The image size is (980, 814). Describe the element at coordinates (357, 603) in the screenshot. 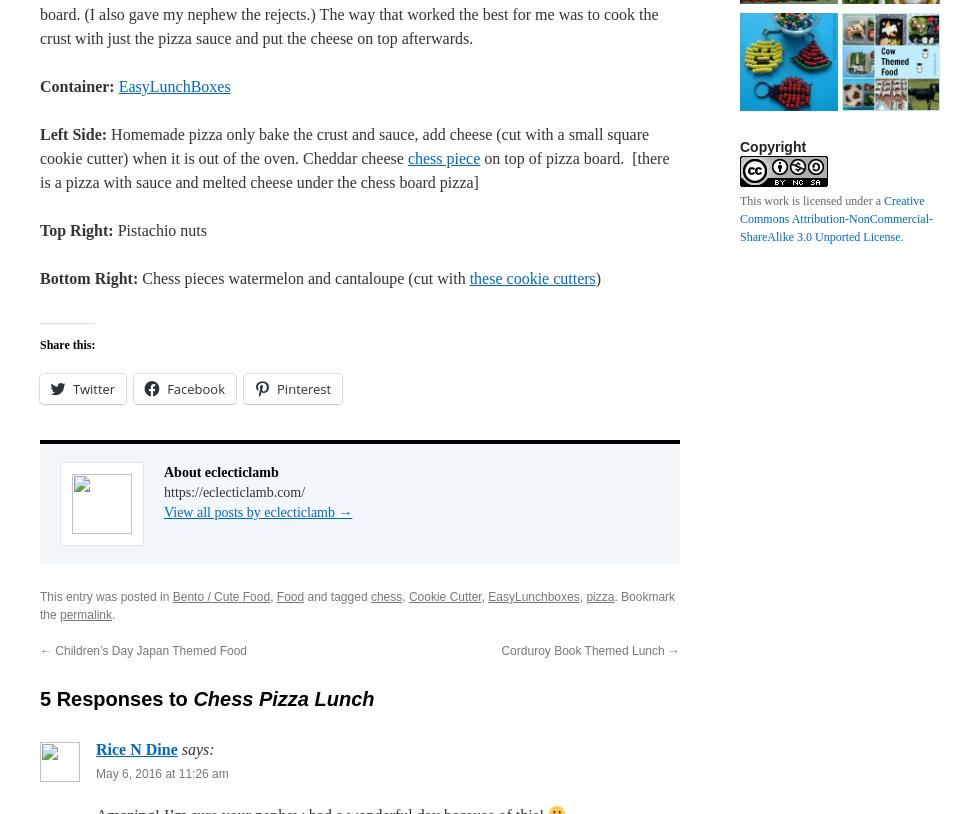

I see `'. Bookmark the'` at that location.